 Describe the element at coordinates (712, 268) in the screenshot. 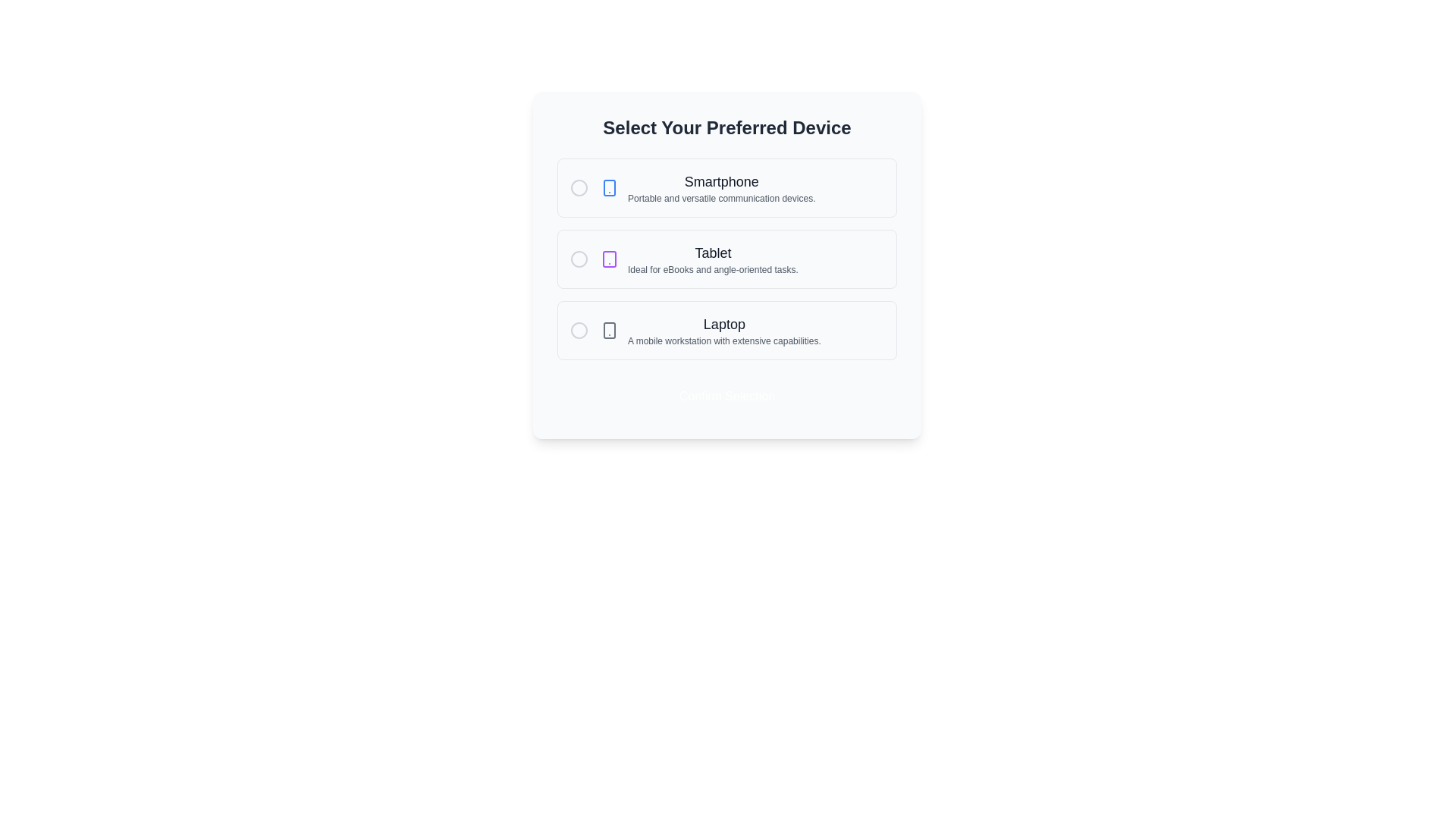

I see `the text label 'Ideal for eBooks and angle-oriented tasks.' located underneath the header 'Tablet' in the second card of the 'Select Your Preferred Device' list` at that location.